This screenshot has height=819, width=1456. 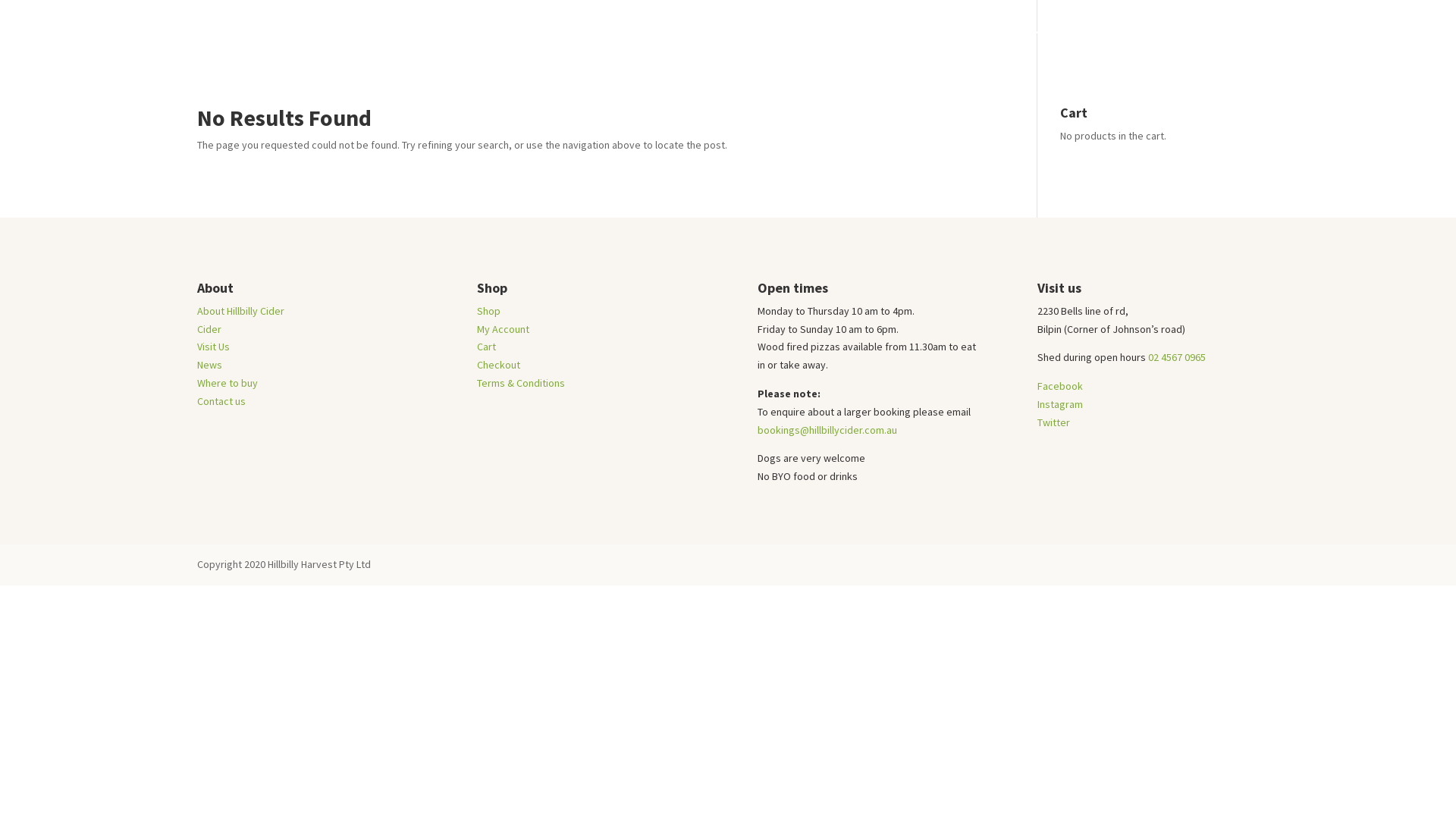 What do you see at coordinates (1061, 42) in the screenshot?
I see `'Visit Us'` at bounding box center [1061, 42].